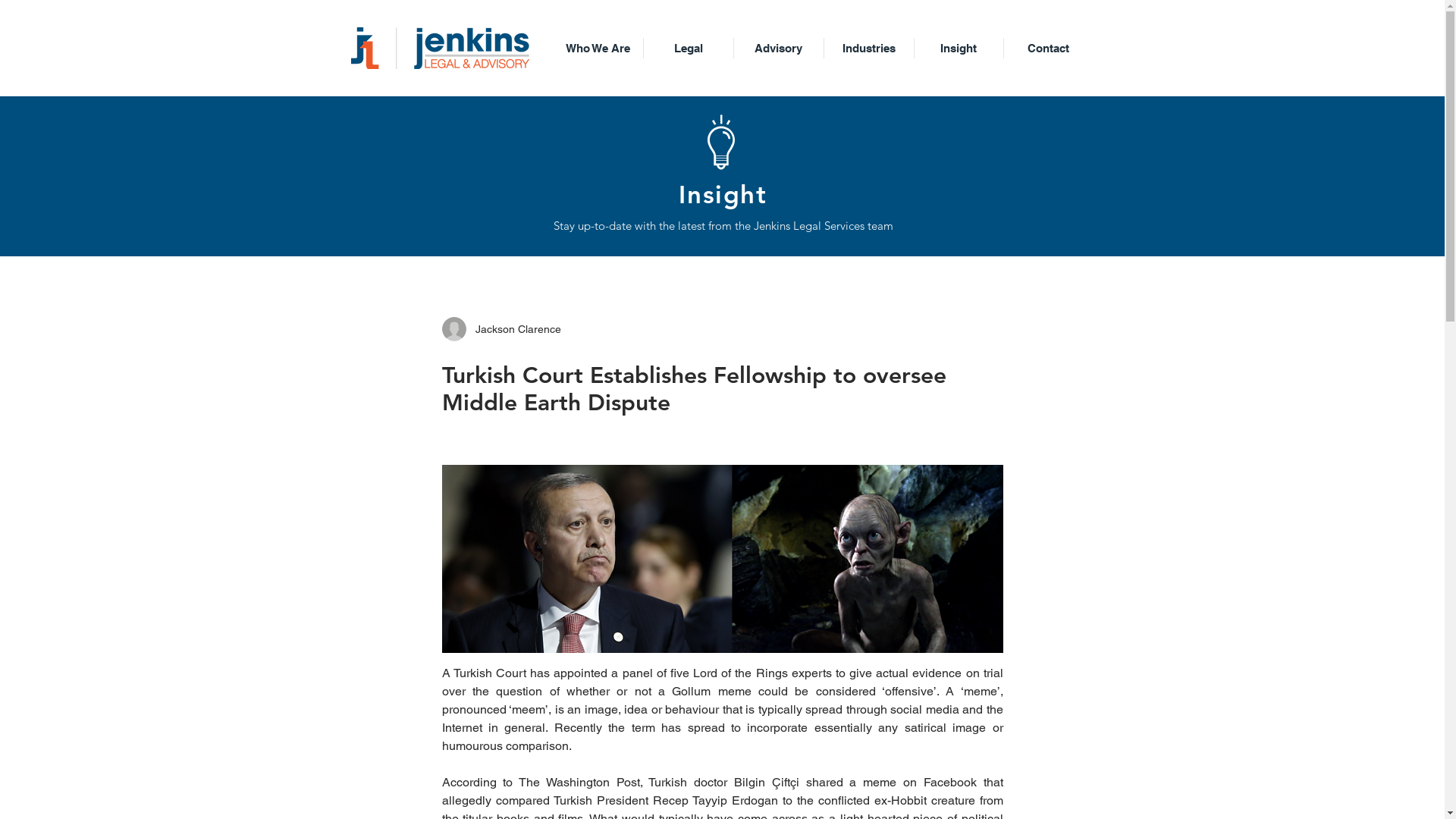 The height and width of the screenshot is (819, 1456). What do you see at coordinates (779, 47) in the screenshot?
I see `'Advisory'` at bounding box center [779, 47].